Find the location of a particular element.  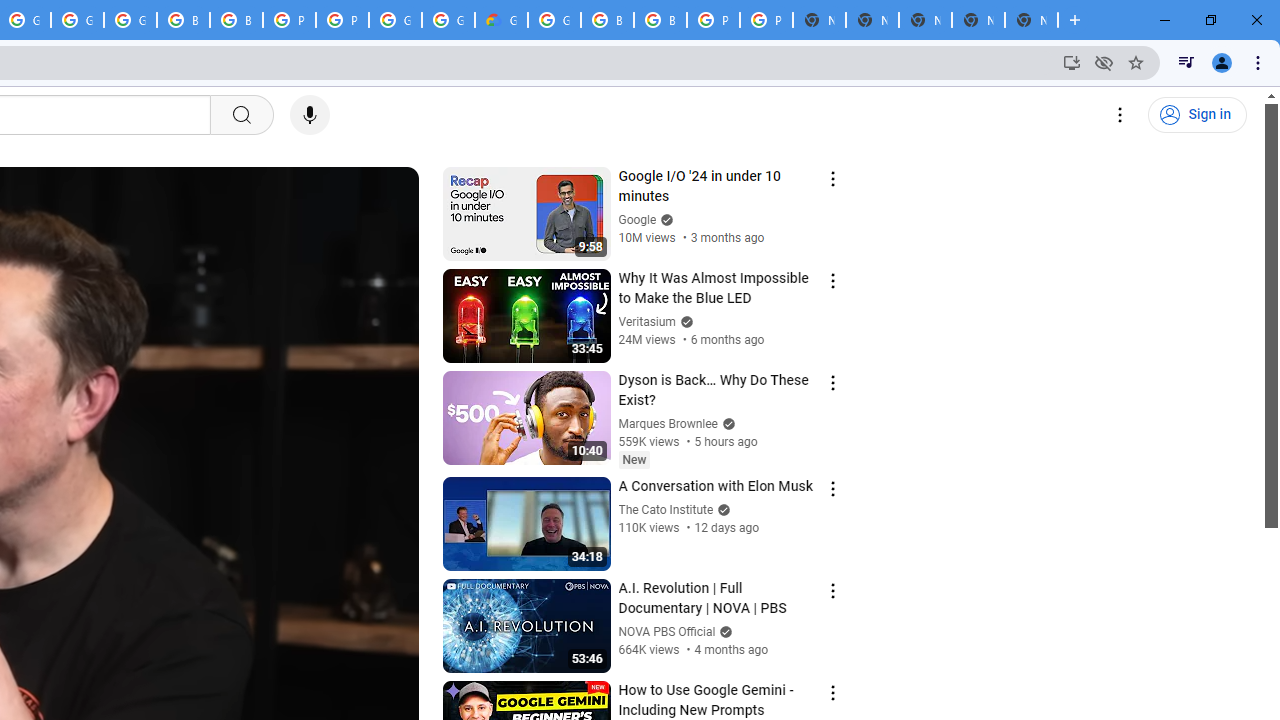

'Install YouTube' is located at coordinates (1071, 61).